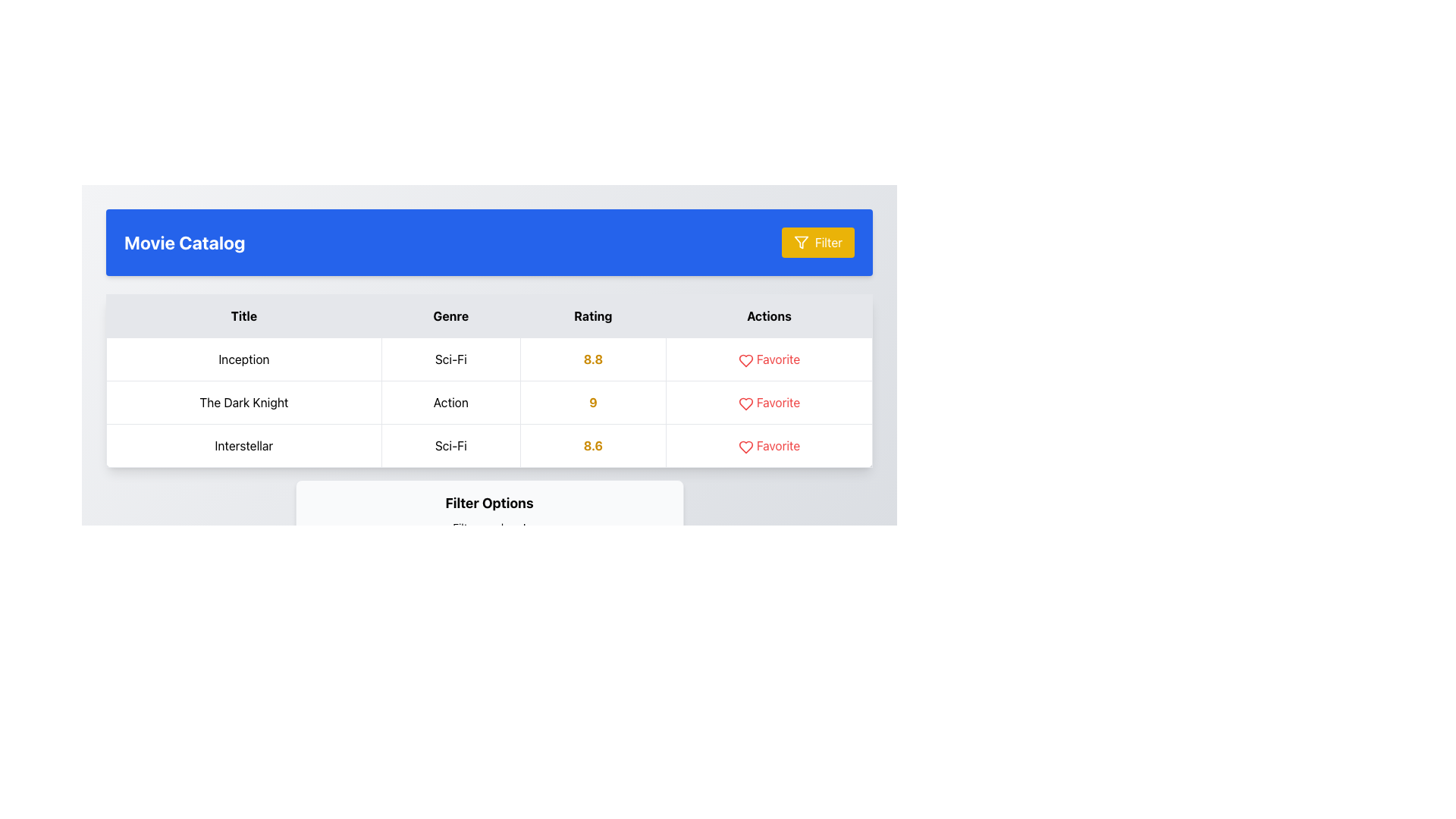  What do you see at coordinates (800, 242) in the screenshot?
I see `the filter icon located within the 'Filter' button, which is positioned in the top-right area of the layout near the blue header bar` at bounding box center [800, 242].